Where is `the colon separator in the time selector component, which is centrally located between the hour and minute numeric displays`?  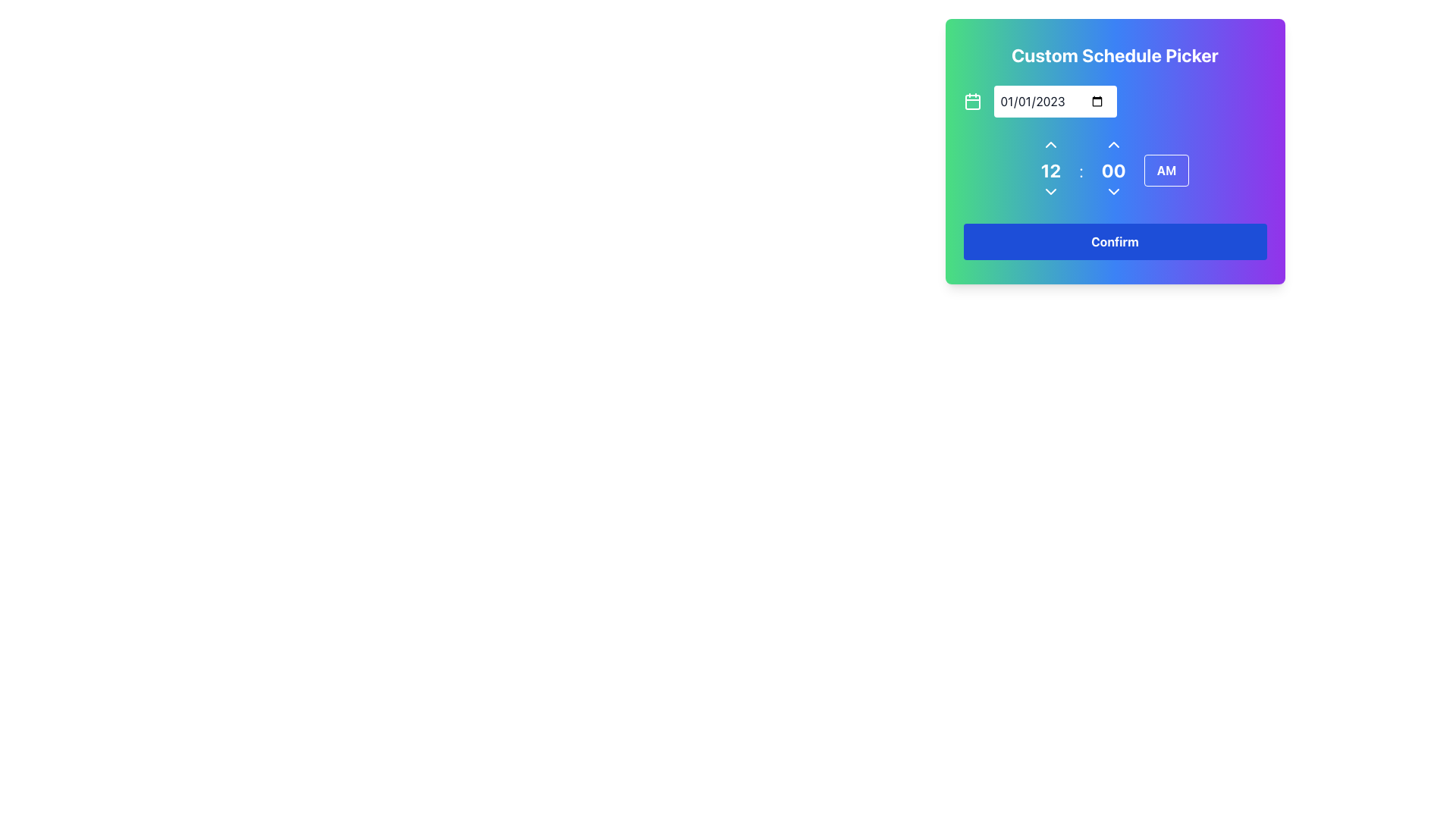
the colon separator in the time selector component, which is centrally located between the hour and minute numeric displays is located at coordinates (1080, 170).